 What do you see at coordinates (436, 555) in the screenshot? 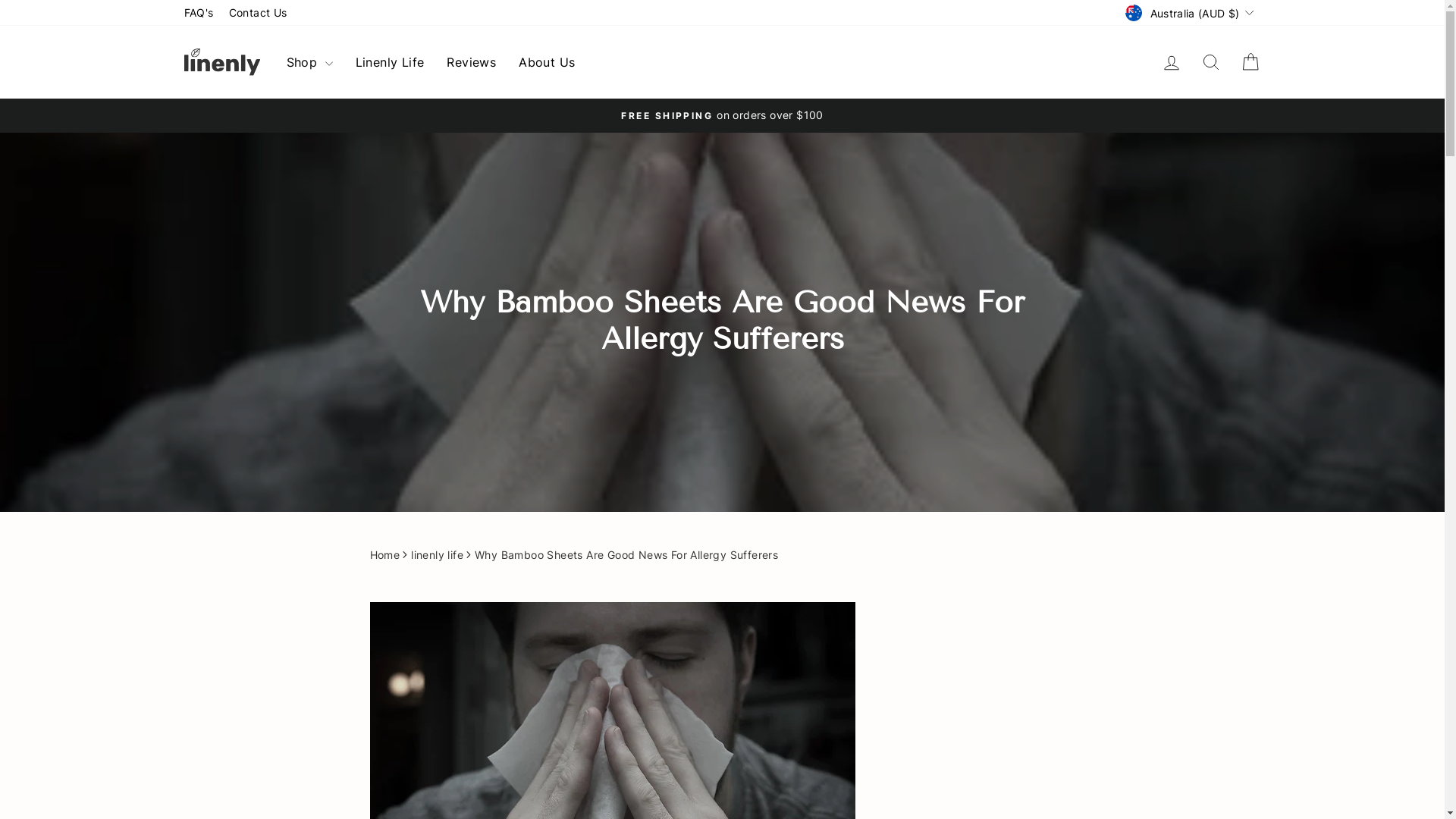
I see `'linenly life'` at bounding box center [436, 555].